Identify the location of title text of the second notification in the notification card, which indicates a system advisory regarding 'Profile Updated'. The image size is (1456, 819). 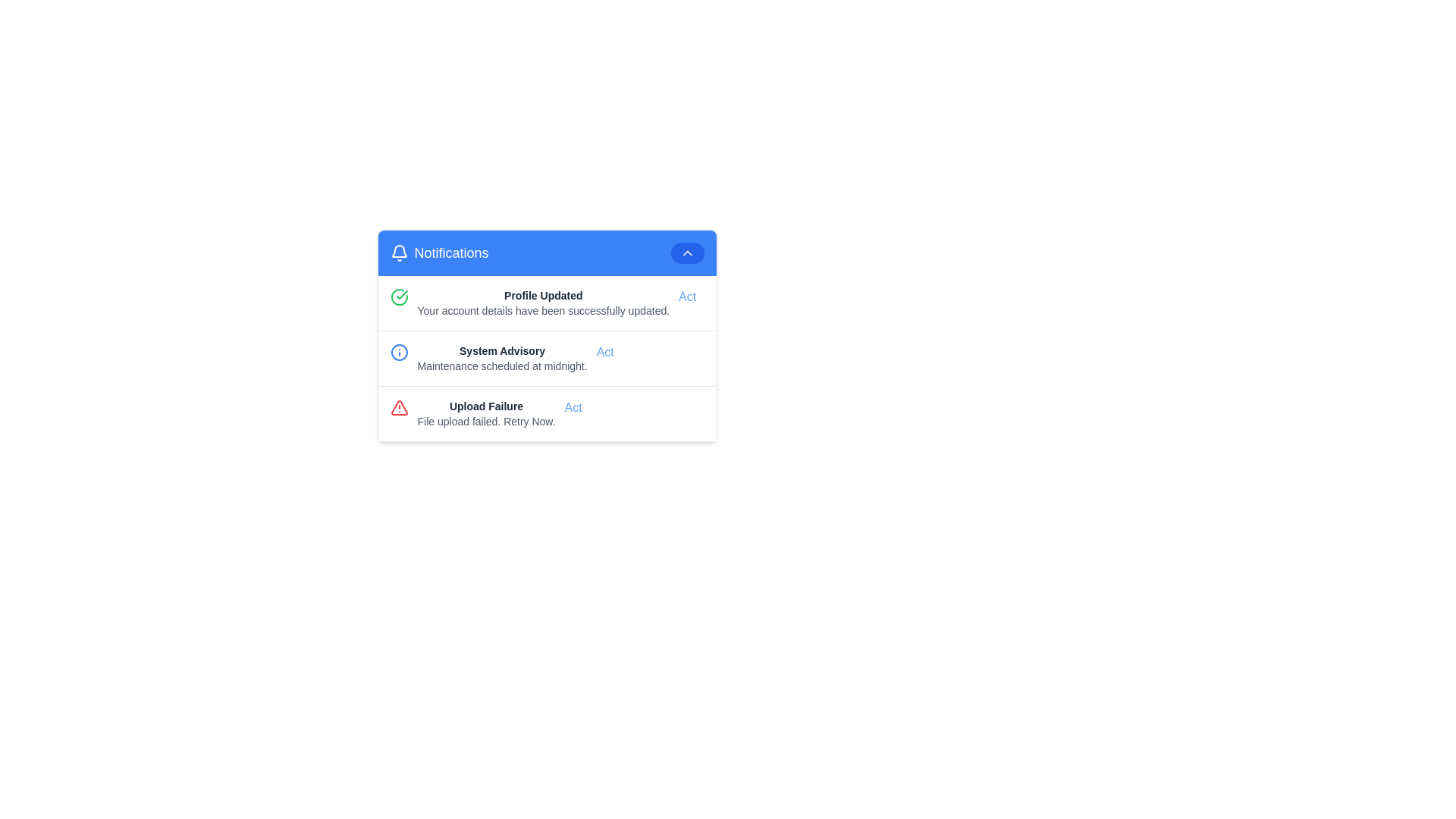
(502, 350).